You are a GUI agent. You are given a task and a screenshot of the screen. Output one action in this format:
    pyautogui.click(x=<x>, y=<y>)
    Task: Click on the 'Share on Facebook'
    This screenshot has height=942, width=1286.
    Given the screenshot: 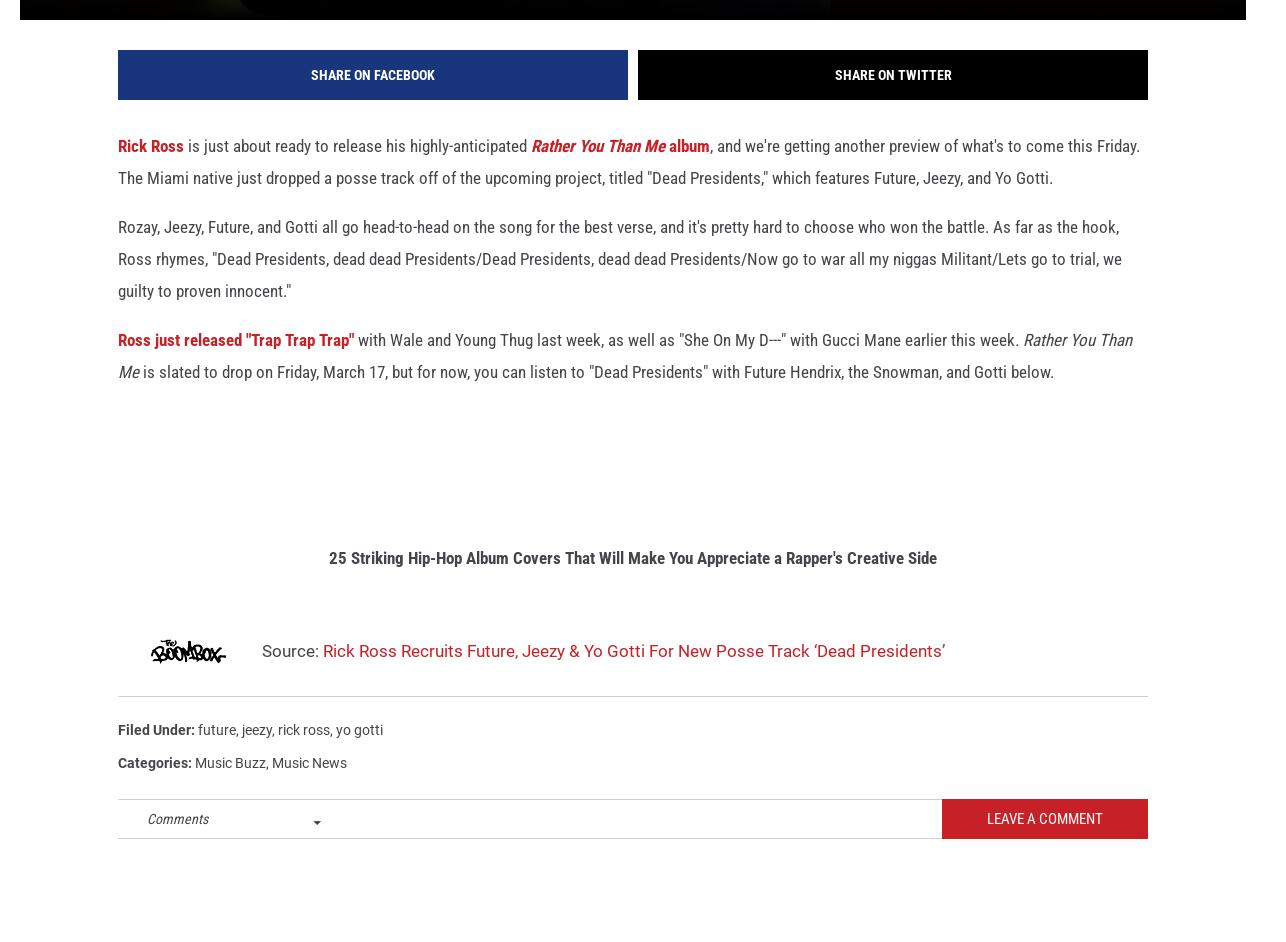 What is the action you would take?
    pyautogui.click(x=371, y=102)
    